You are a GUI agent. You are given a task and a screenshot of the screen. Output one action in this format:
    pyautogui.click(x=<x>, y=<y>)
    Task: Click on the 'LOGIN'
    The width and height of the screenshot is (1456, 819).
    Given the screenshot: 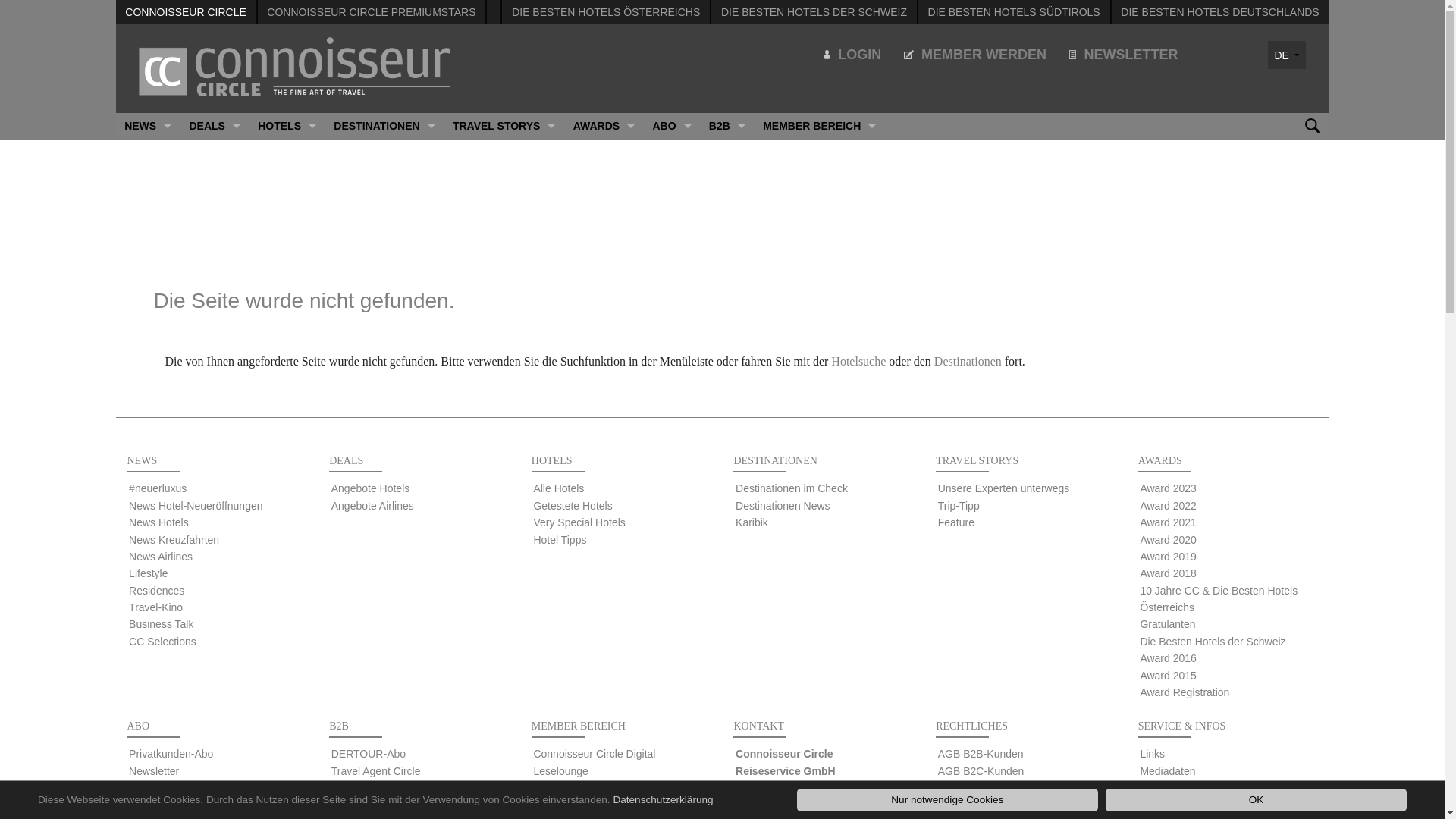 What is the action you would take?
    pyautogui.click(x=852, y=54)
    